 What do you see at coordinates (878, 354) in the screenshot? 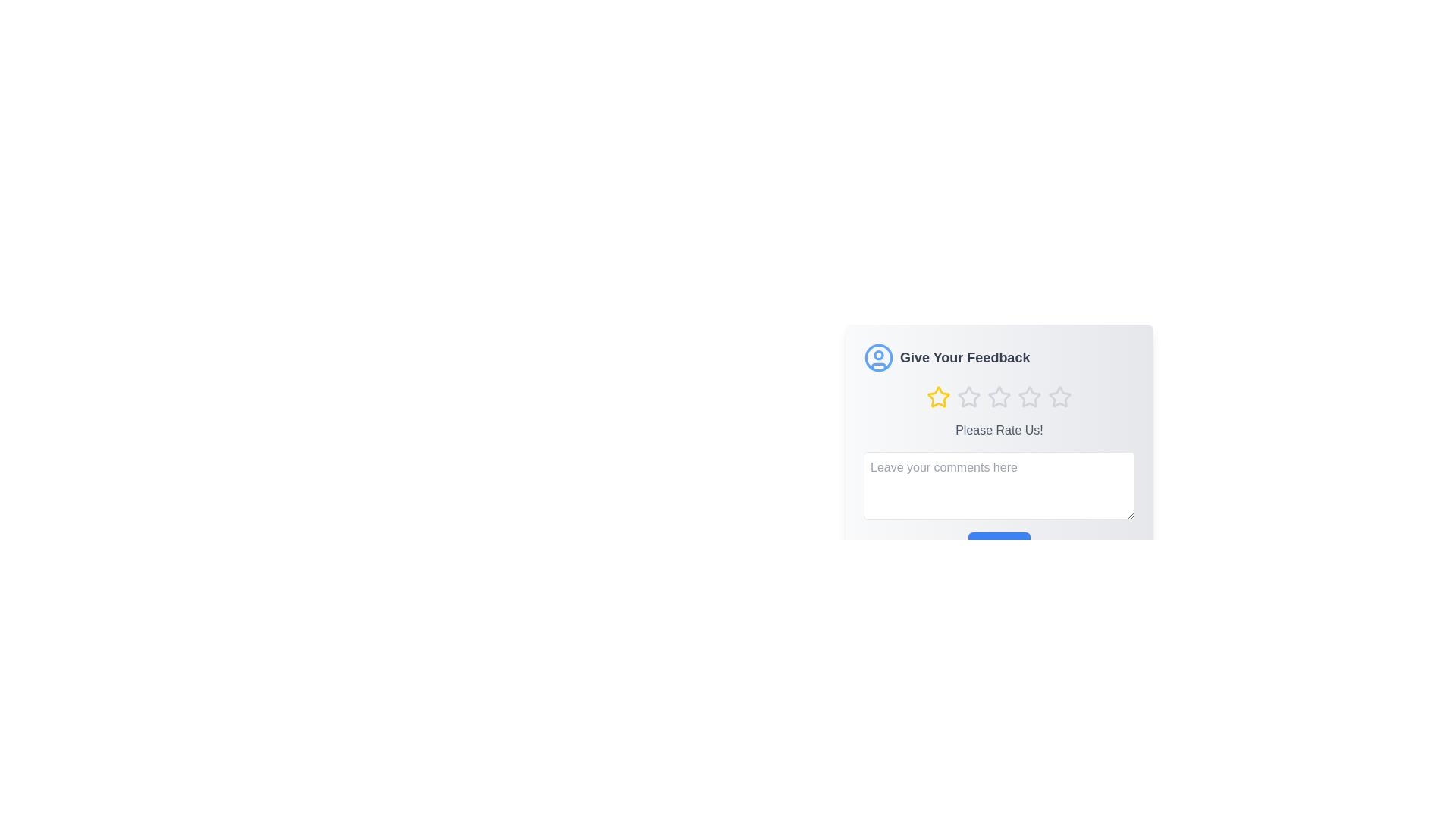
I see `the SVG Circle element located at the upper left section of the feedback component` at bounding box center [878, 354].